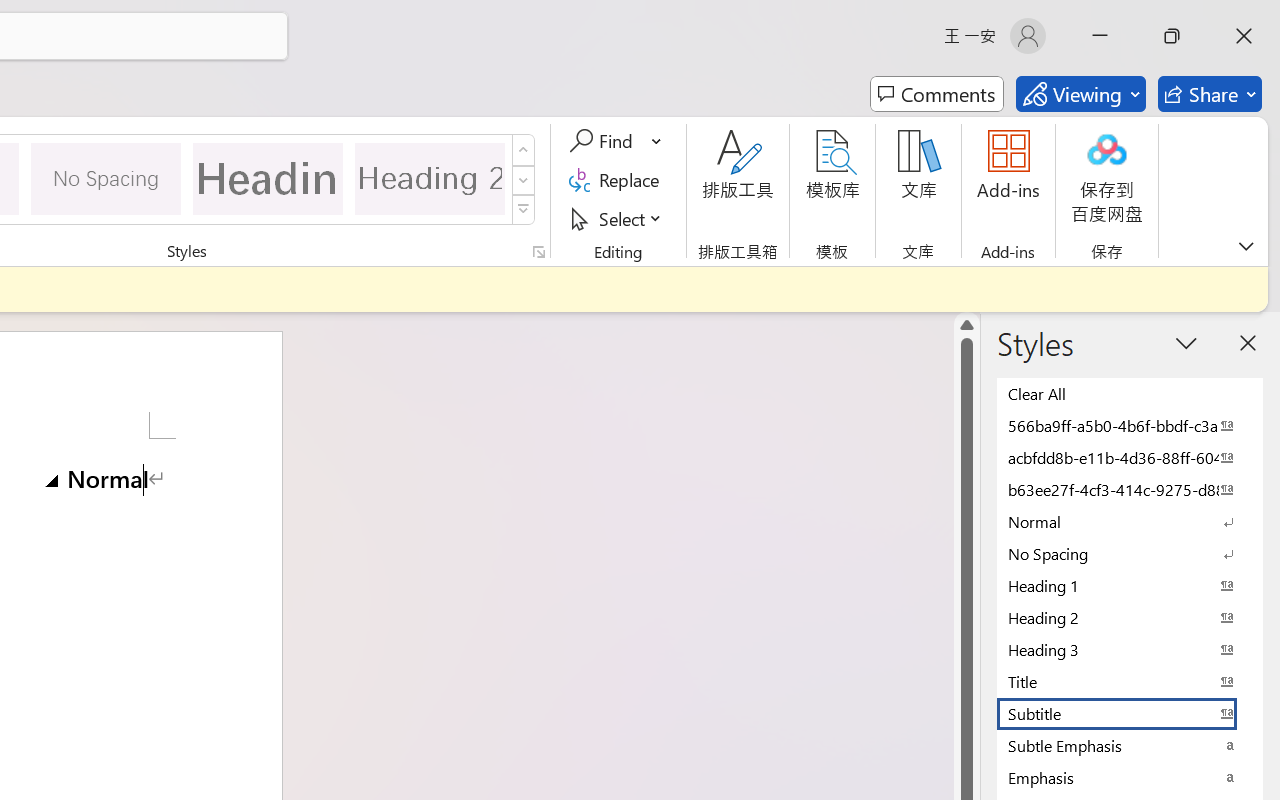 This screenshot has width=1280, height=800. Describe the element at coordinates (429, 177) in the screenshot. I see `'Heading 2'` at that location.